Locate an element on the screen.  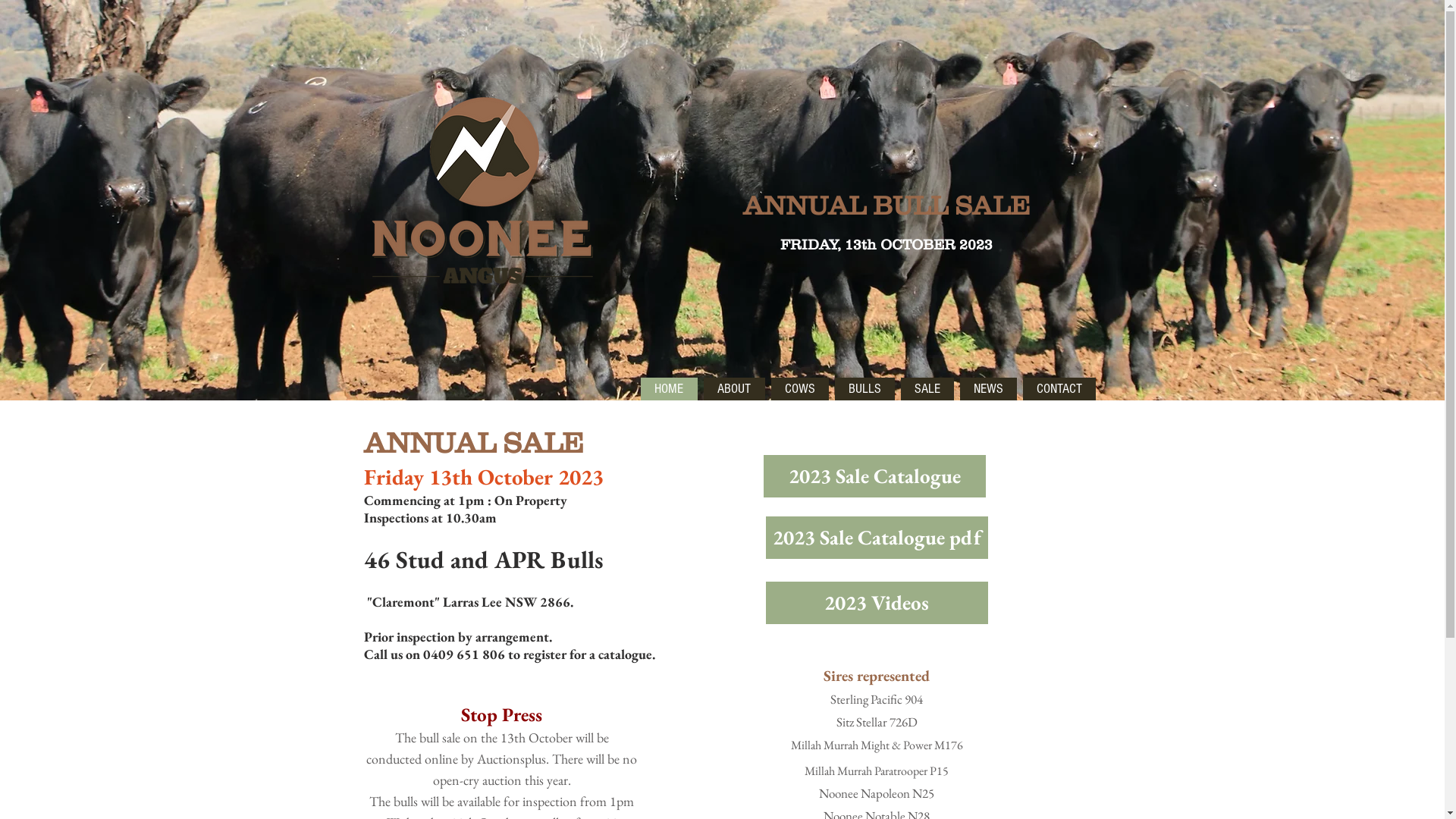
'BULLS' is located at coordinates (864, 388).